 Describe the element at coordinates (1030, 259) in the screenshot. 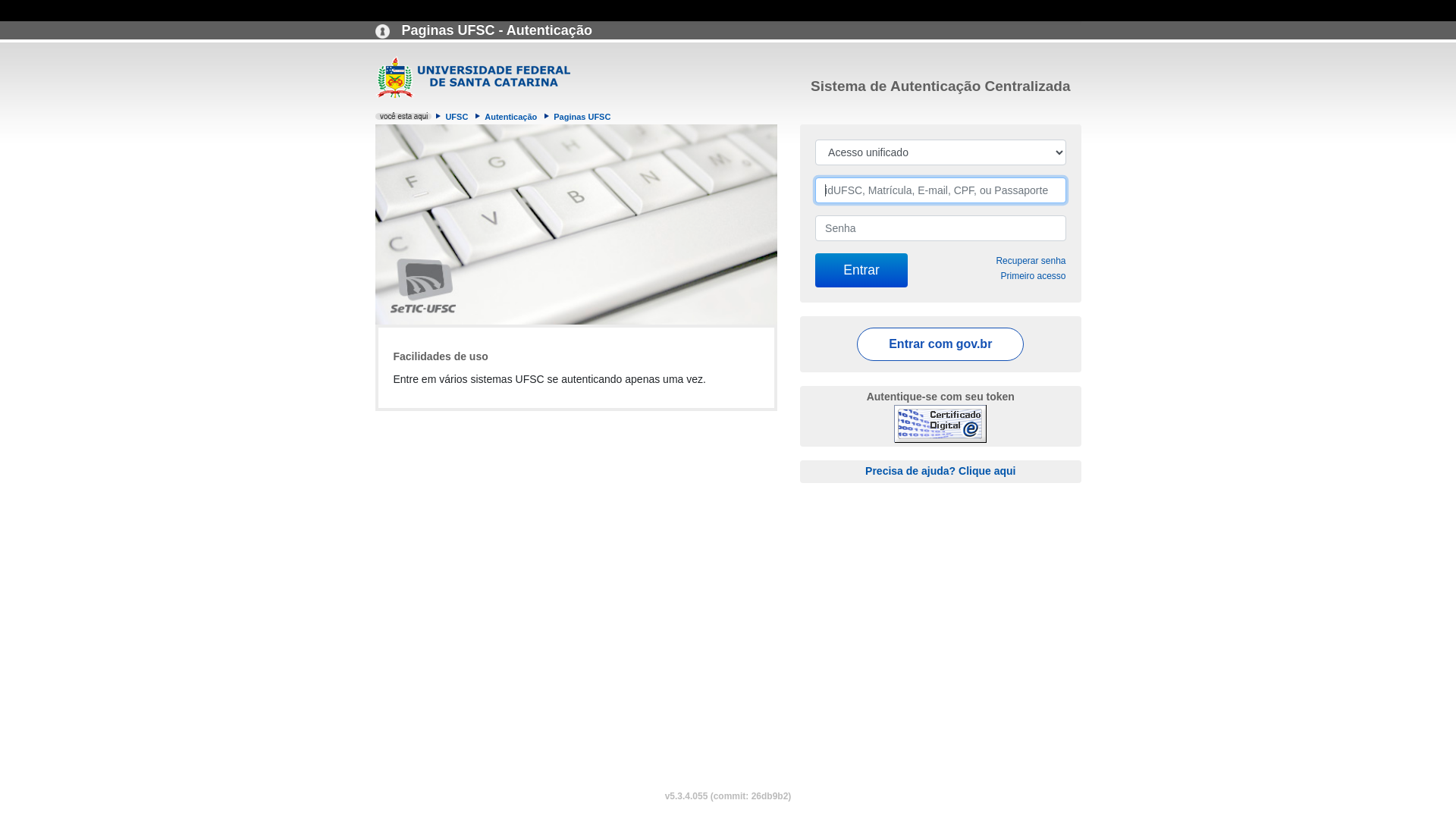

I see `'Recuperar senha'` at that location.